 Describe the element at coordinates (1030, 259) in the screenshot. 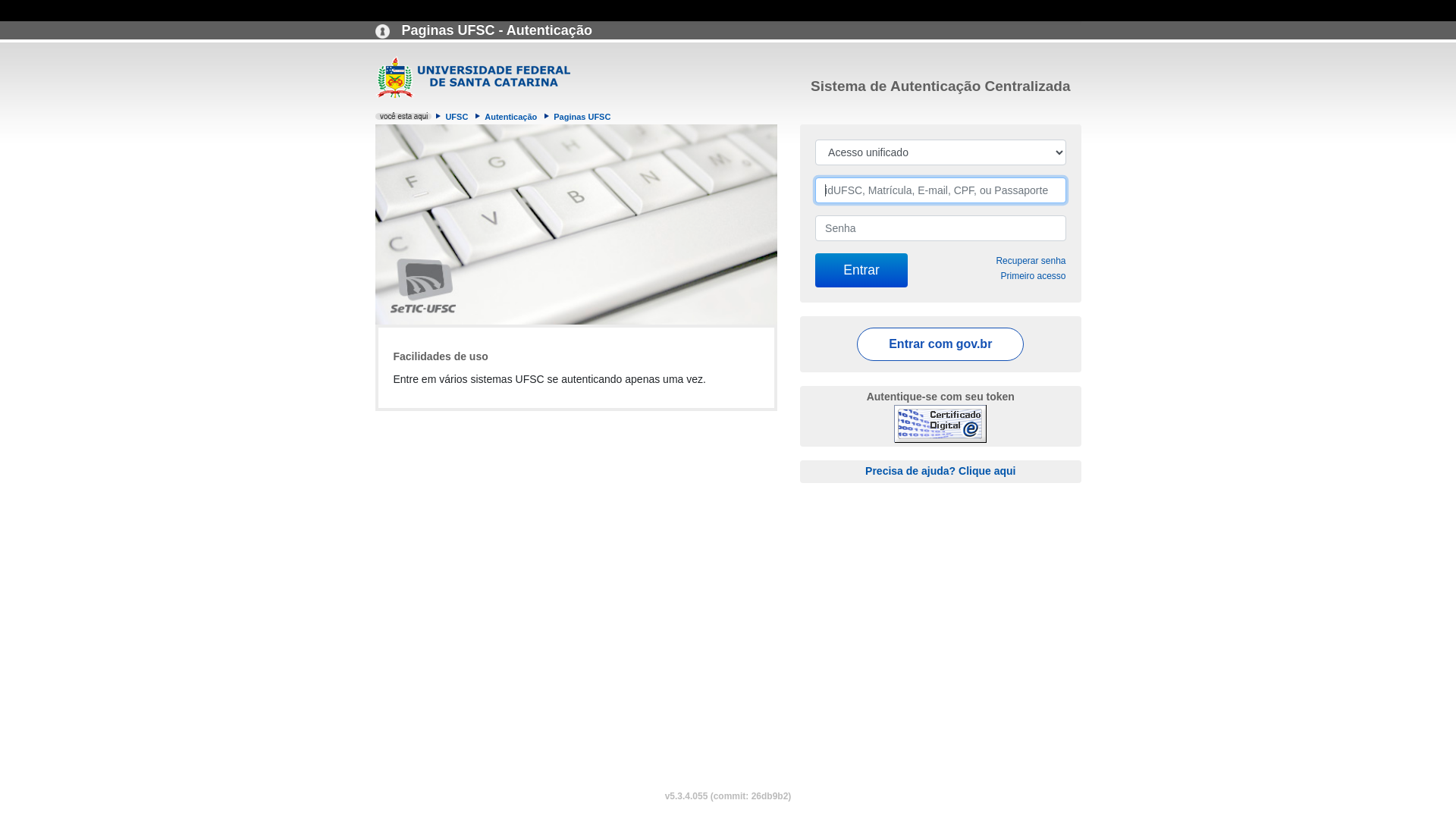

I see `'Recuperar senha'` at that location.